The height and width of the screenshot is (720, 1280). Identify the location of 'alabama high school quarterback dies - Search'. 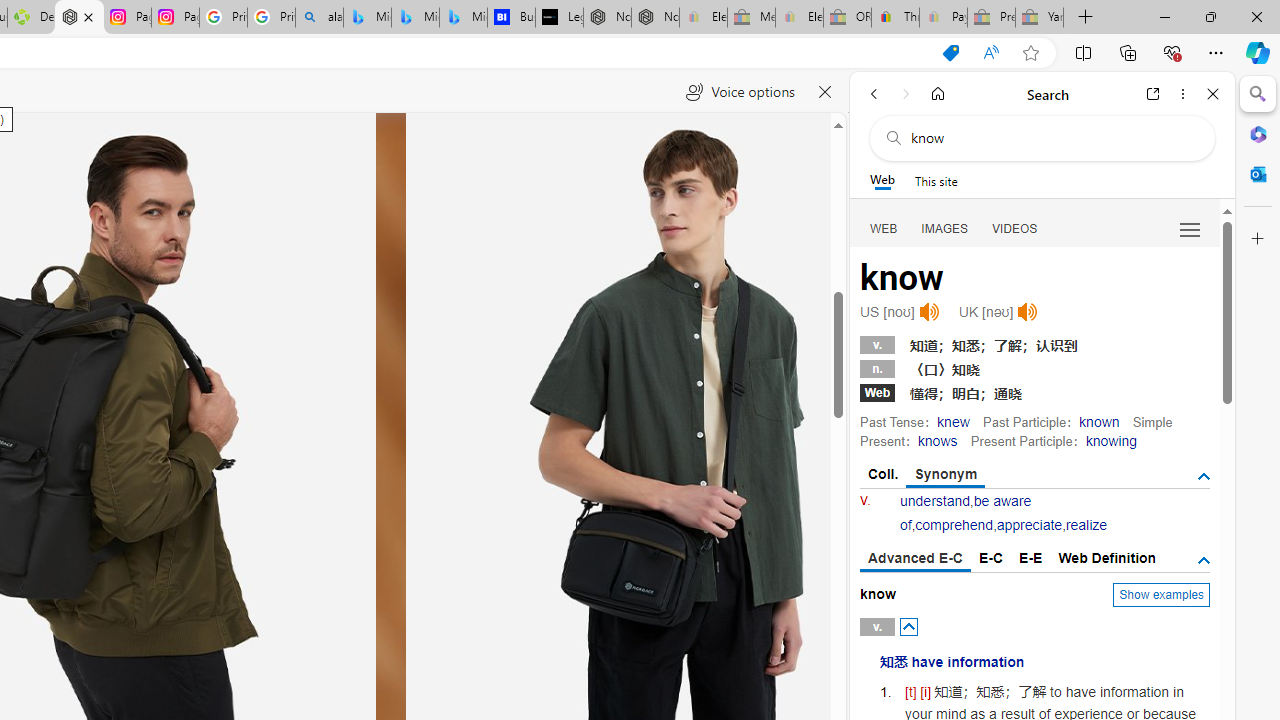
(318, 17).